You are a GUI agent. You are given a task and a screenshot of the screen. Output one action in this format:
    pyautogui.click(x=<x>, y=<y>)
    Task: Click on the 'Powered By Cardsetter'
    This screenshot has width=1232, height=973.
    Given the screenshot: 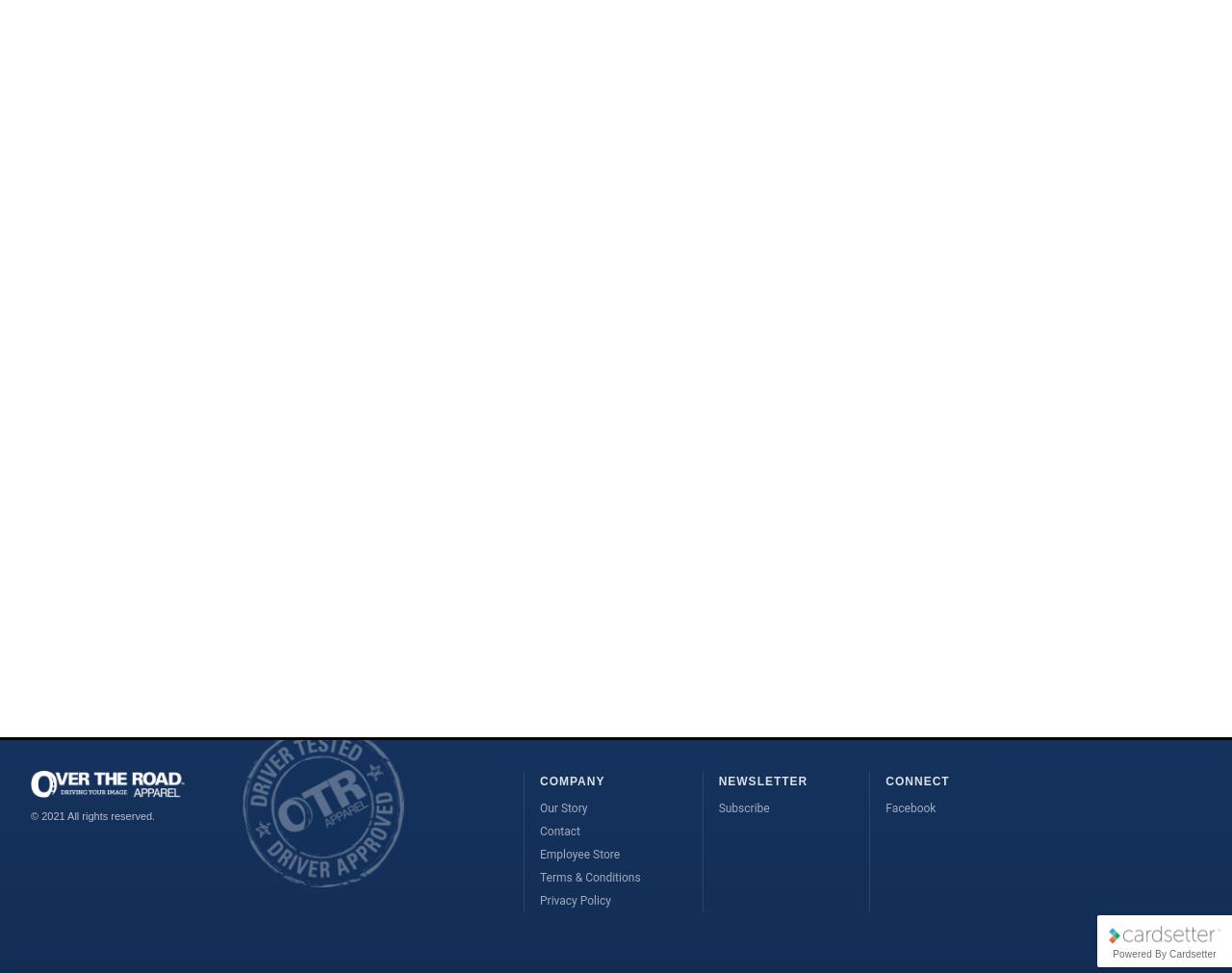 What is the action you would take?
    pyautogui.click(x=1163, y=953)
    